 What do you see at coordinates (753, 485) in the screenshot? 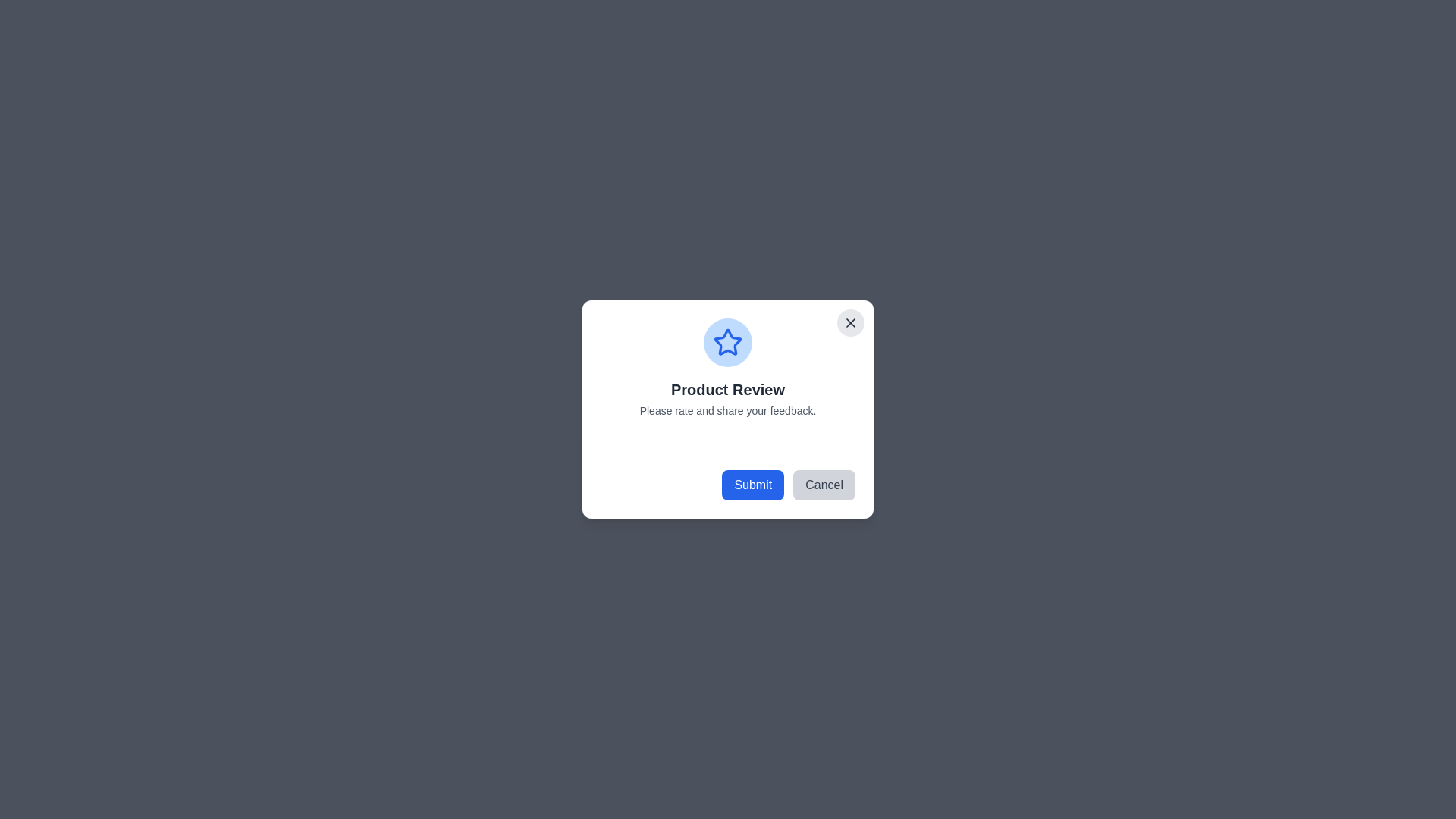
I see `the submit button for the product review, located under the 'Product Review' text, to change its appearance` at bounding box center [753, 485].